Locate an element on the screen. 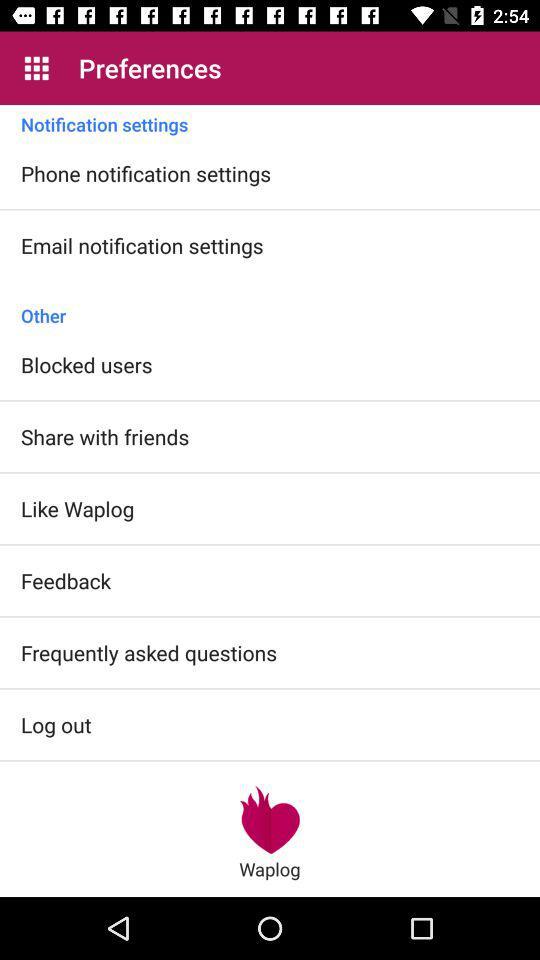 Image resolution: width=540 pixels, height=960 pixels. icon below frequently asked questions icon is located at coordinates (56, 723).